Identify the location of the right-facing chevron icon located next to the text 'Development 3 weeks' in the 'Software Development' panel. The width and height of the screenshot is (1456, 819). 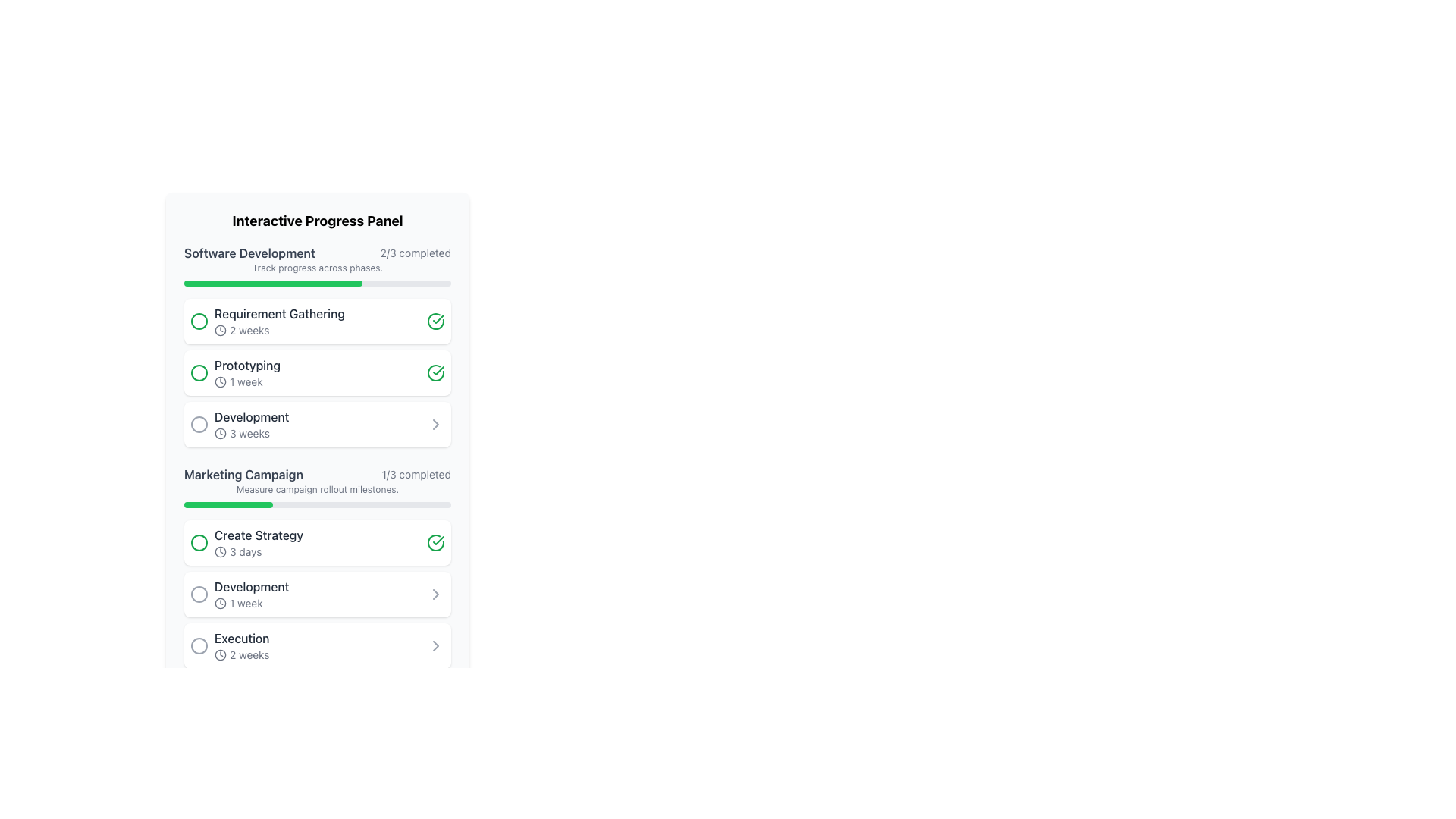
(435, 424).